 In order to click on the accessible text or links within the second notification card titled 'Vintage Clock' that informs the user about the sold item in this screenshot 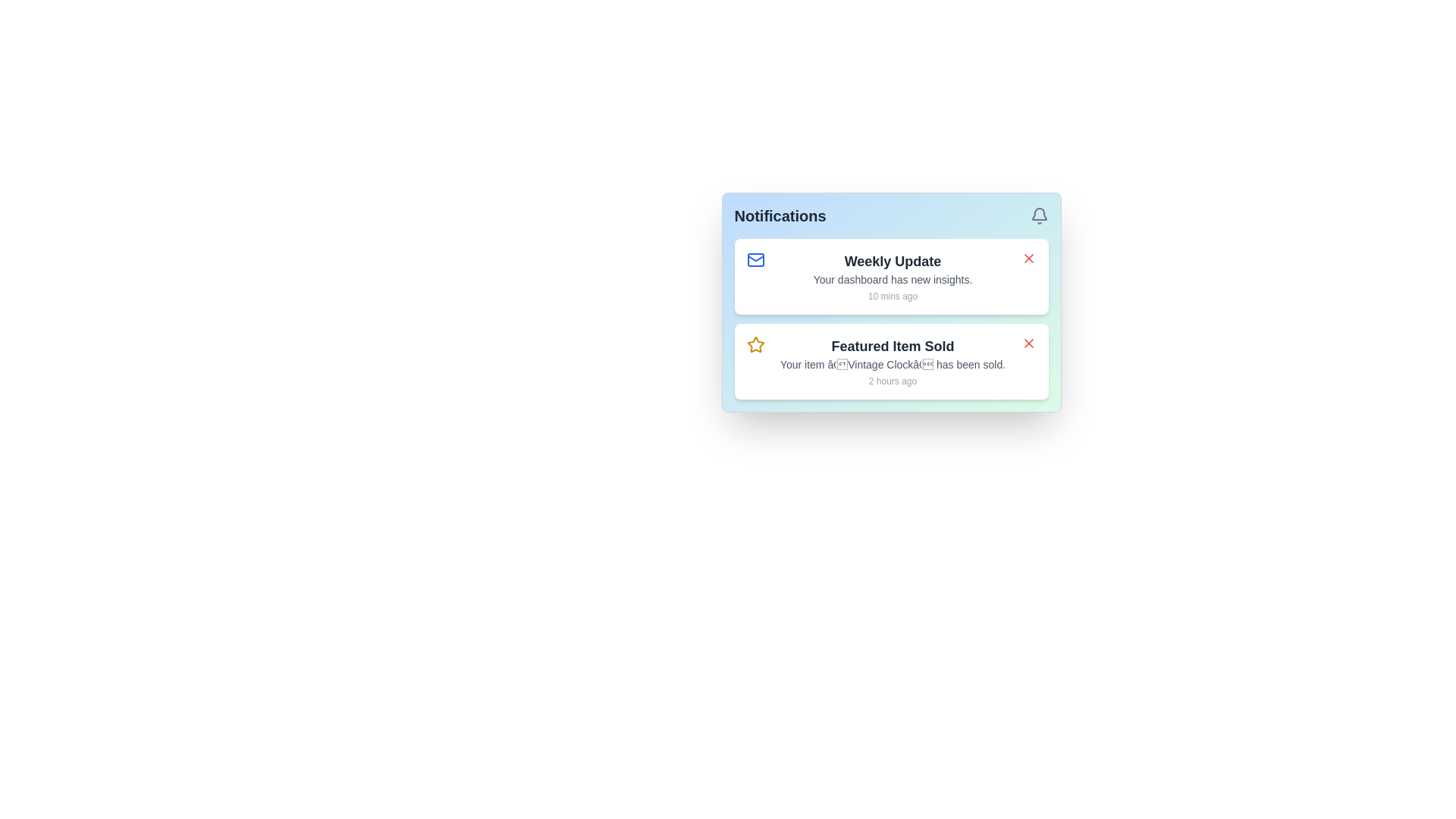, I will do `click(891, 349)`.